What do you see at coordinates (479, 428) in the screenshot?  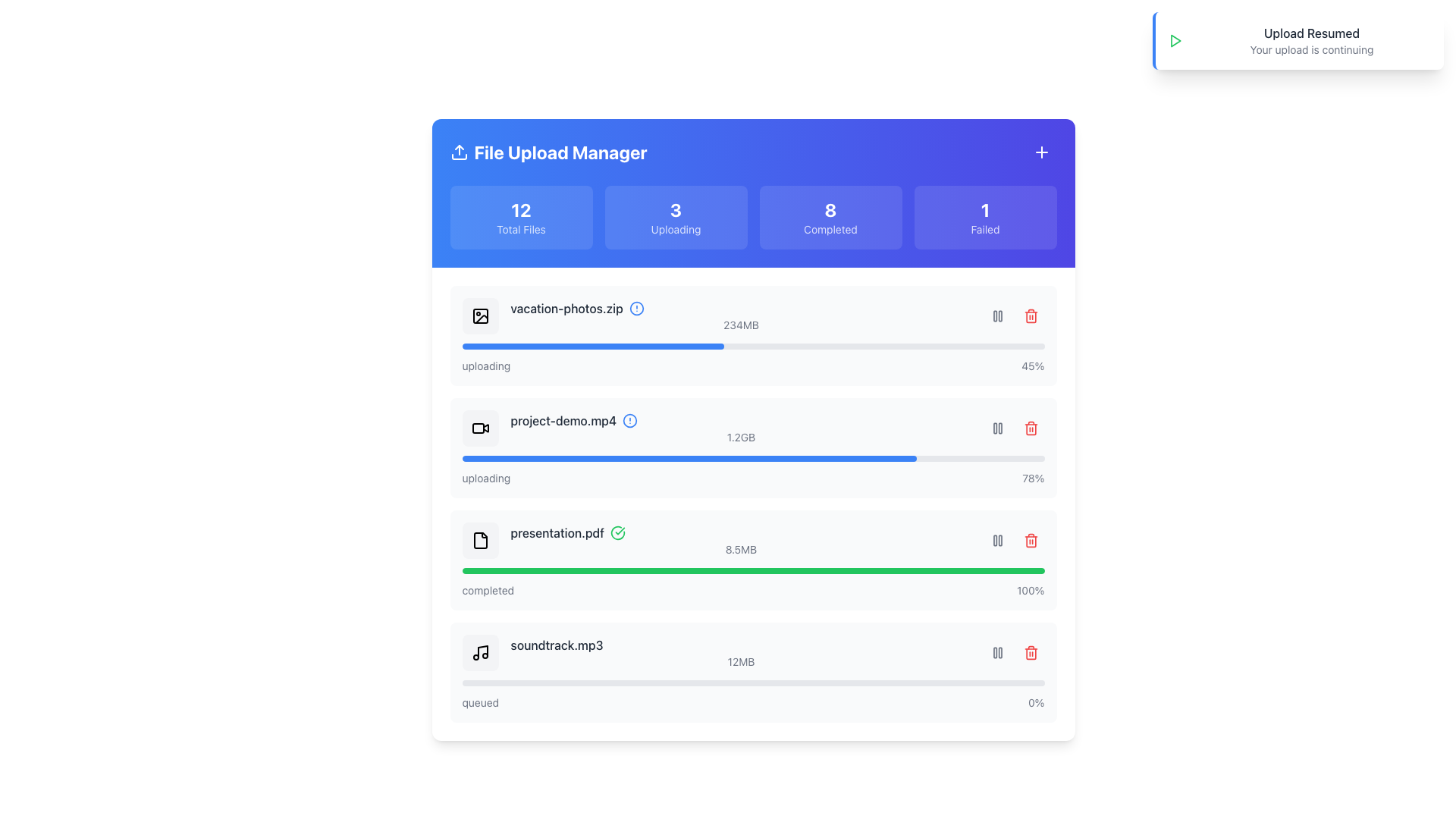 I see `the video file icon located in the second row of the main content area, which is represented by a light gray circular background` at bounding box center [479, 428].